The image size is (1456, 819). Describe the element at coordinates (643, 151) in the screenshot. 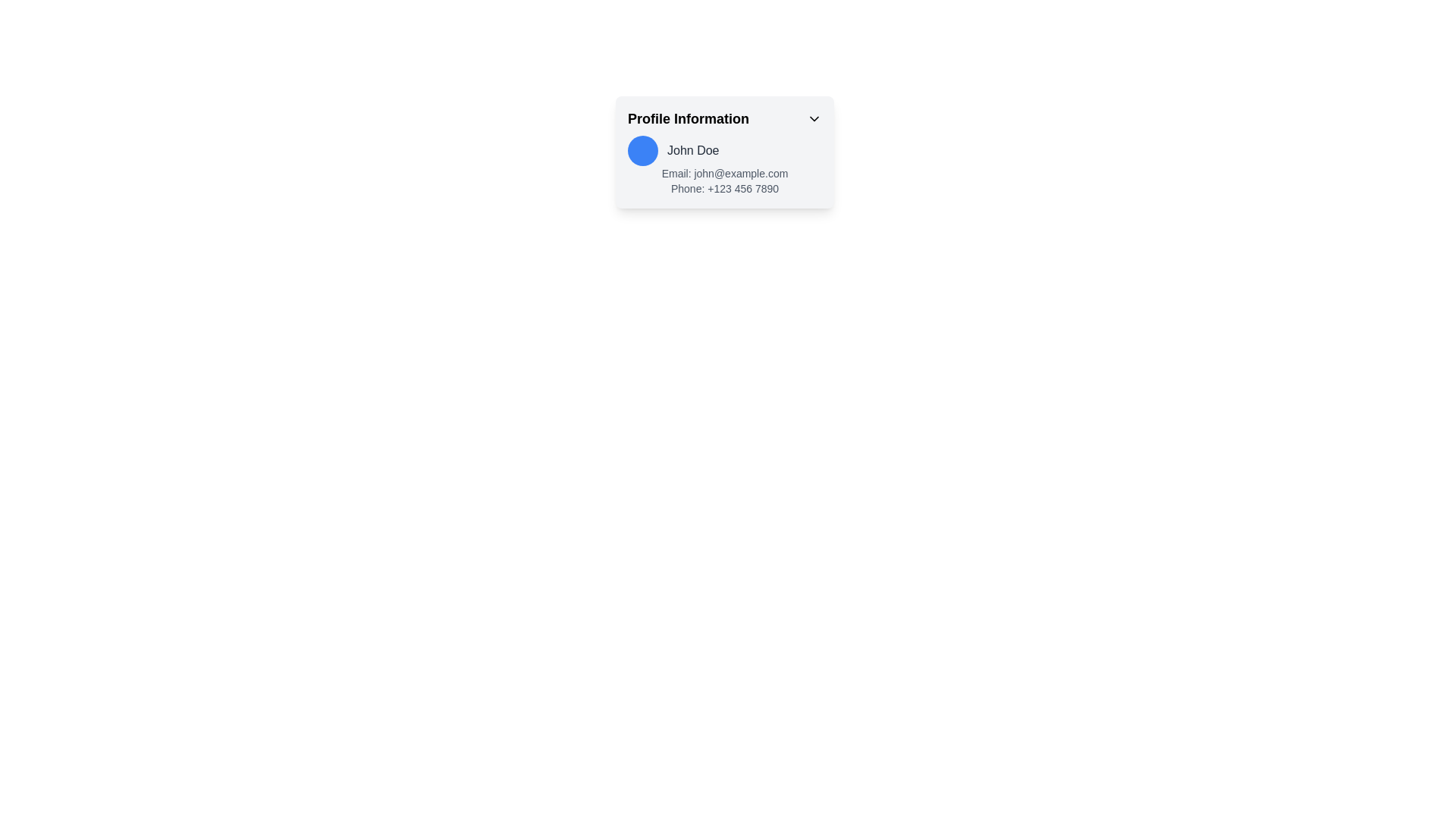

I see `the profile picture placeholder located to the left of the text 'John Doe' in the profile information section` at that location.